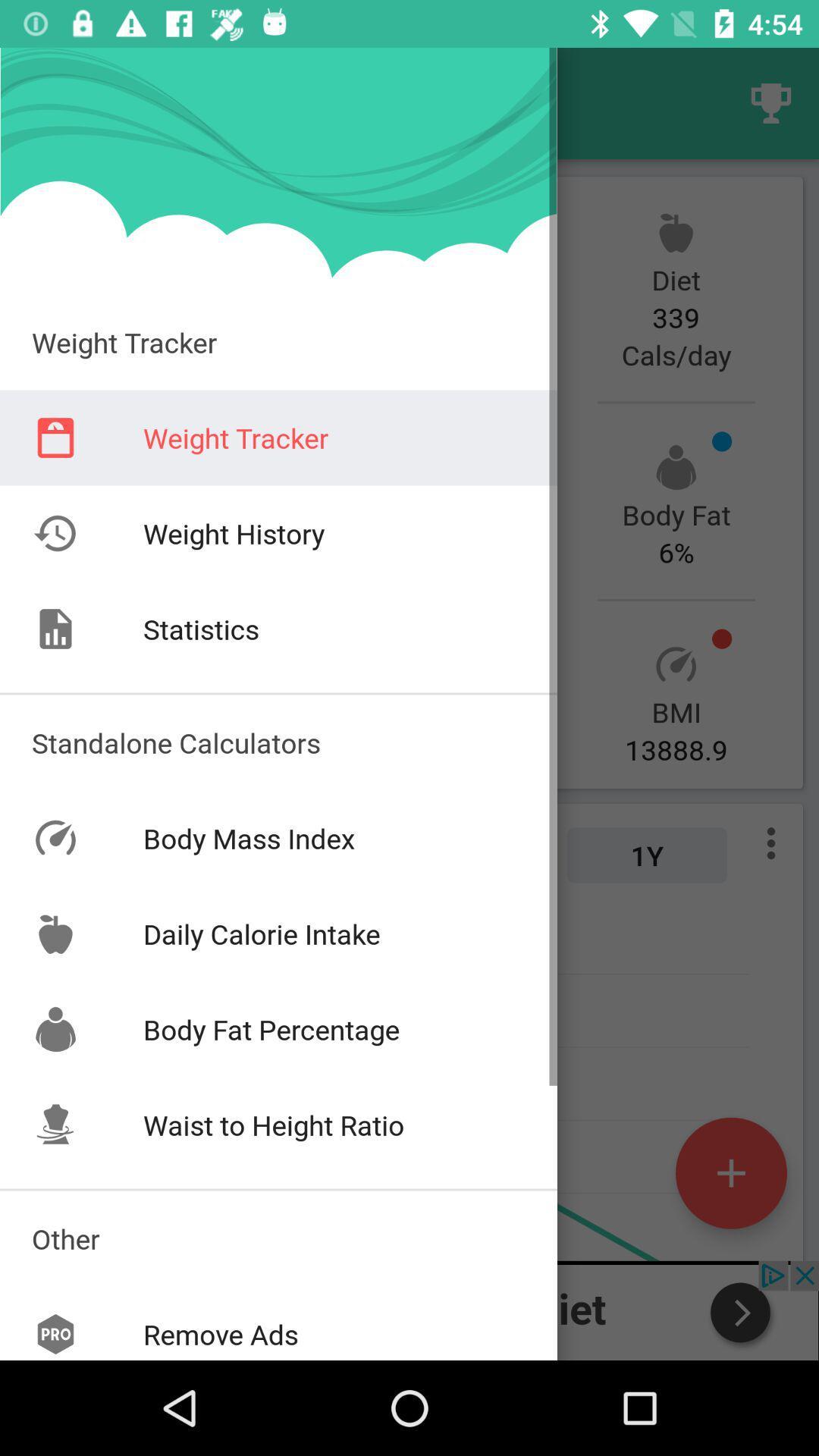 Image resolution: width=819 pixels, height=1456 pixels. What do you see at coordinates (730, 1172) in the screenshot?
I see `the add icon` at bounding box center [730, 1172].